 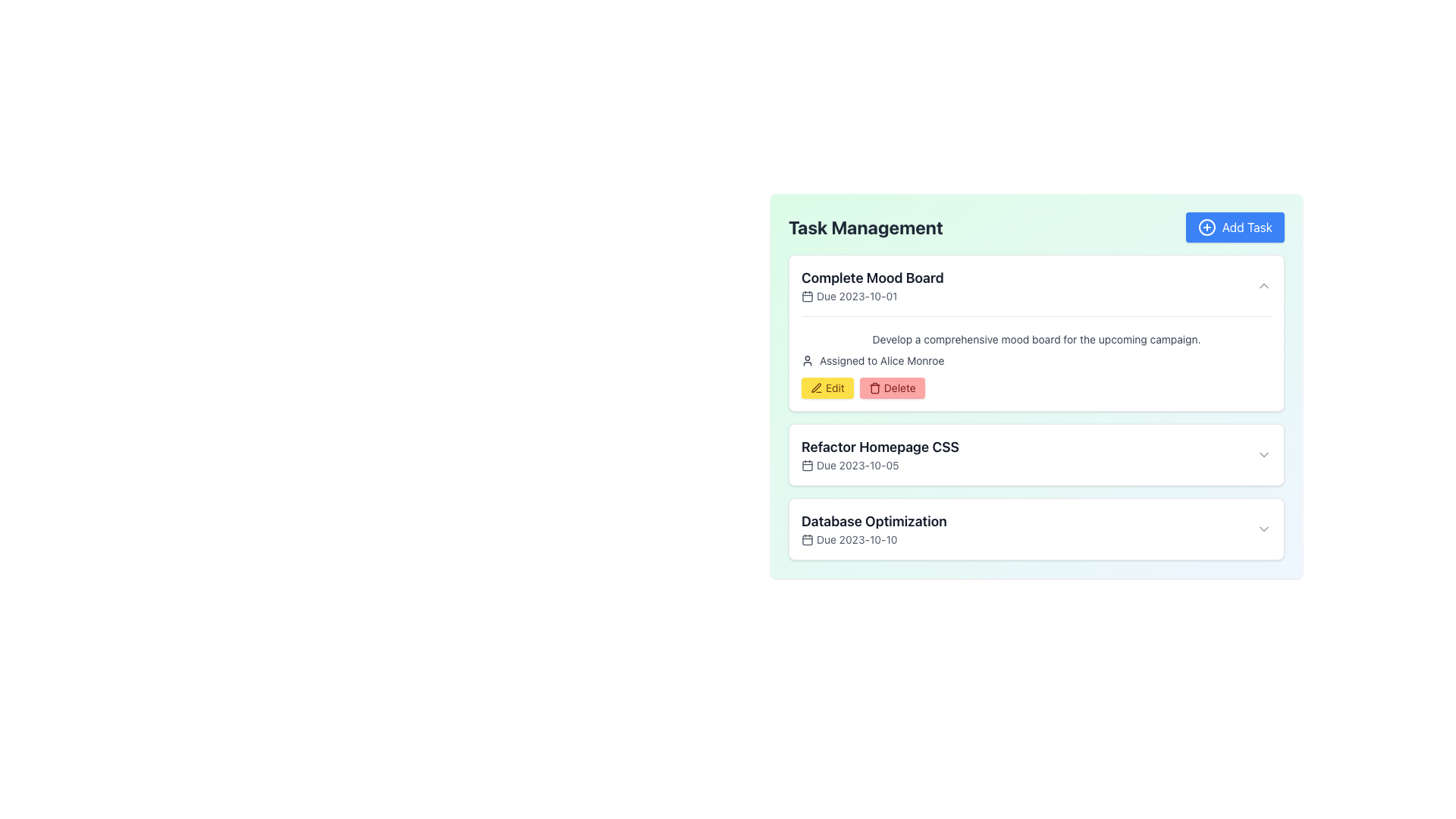 What do you see at coordinates (880, 454) in the screenshot?
I see `the Descriptive Task Entry located under the 'Task Management' header, which is the second task in the list providing details for task tracking` at bounding box center [880, 454].